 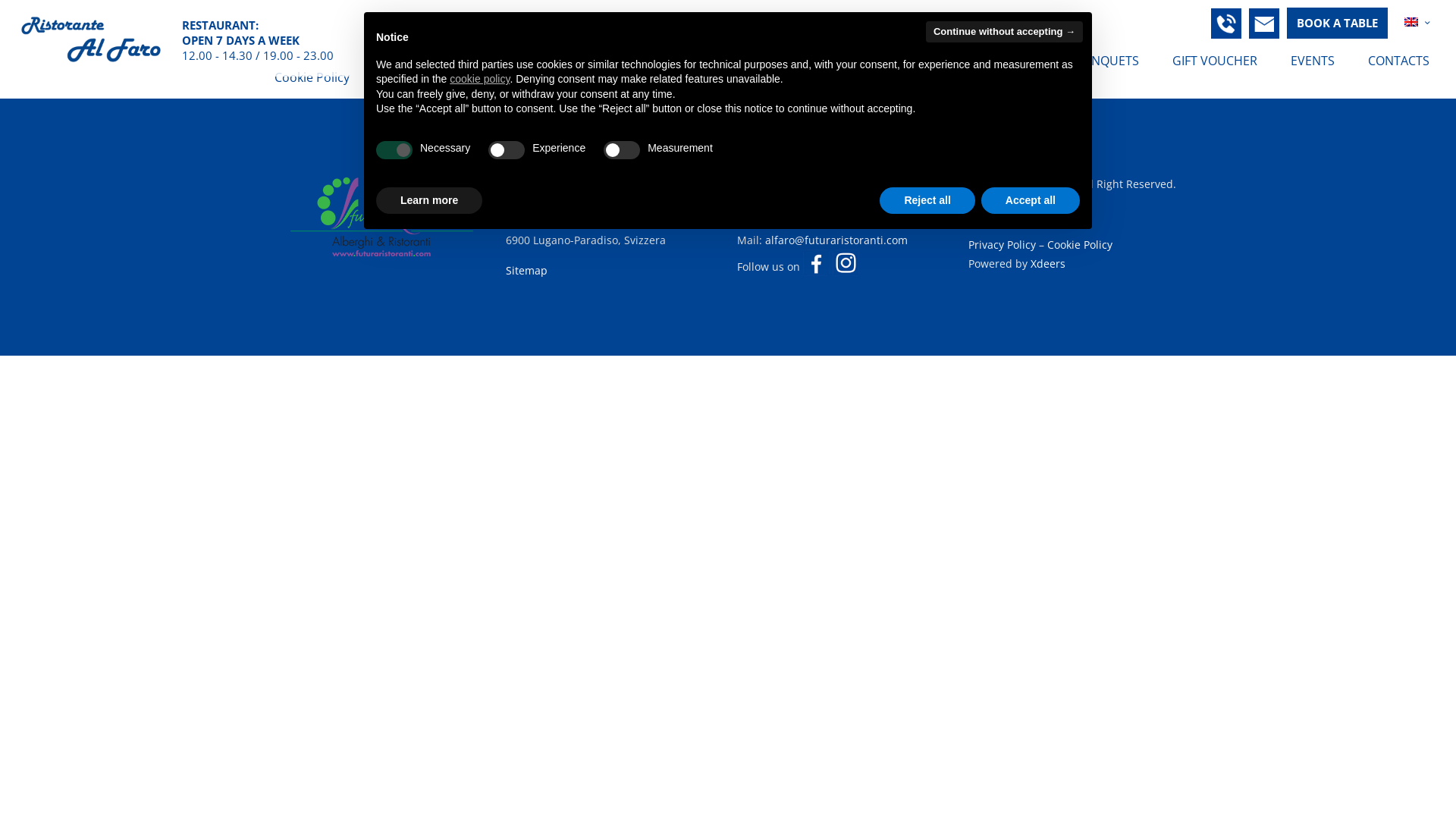 What do you see at coordinates (1030, 200) in the screenshot?
I see `'Accept all'` at bounding box center [1030, 200].